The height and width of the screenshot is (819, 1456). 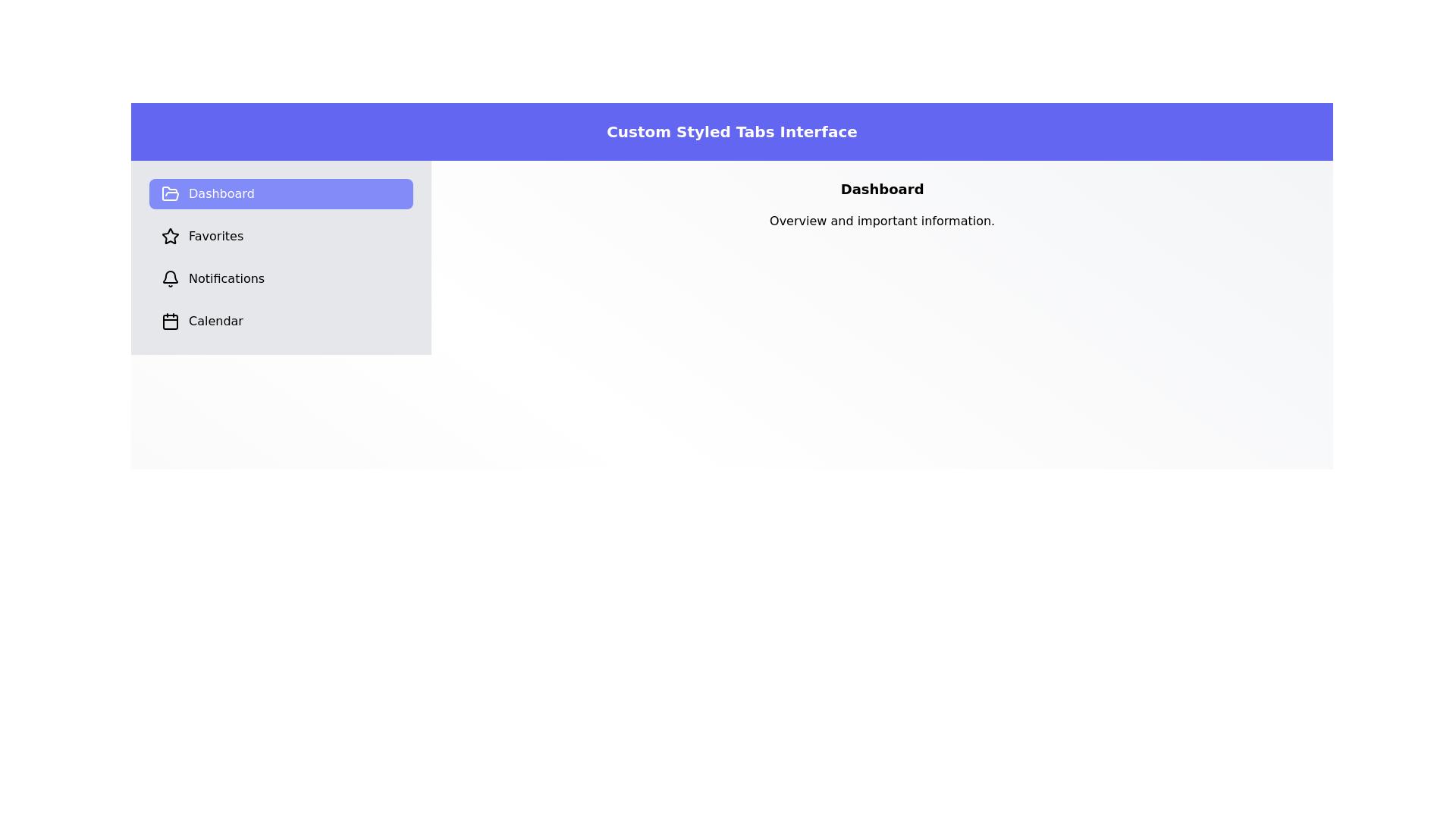 I want to click on the Dashboard tab to observe its content, so click(x=281, y=193).